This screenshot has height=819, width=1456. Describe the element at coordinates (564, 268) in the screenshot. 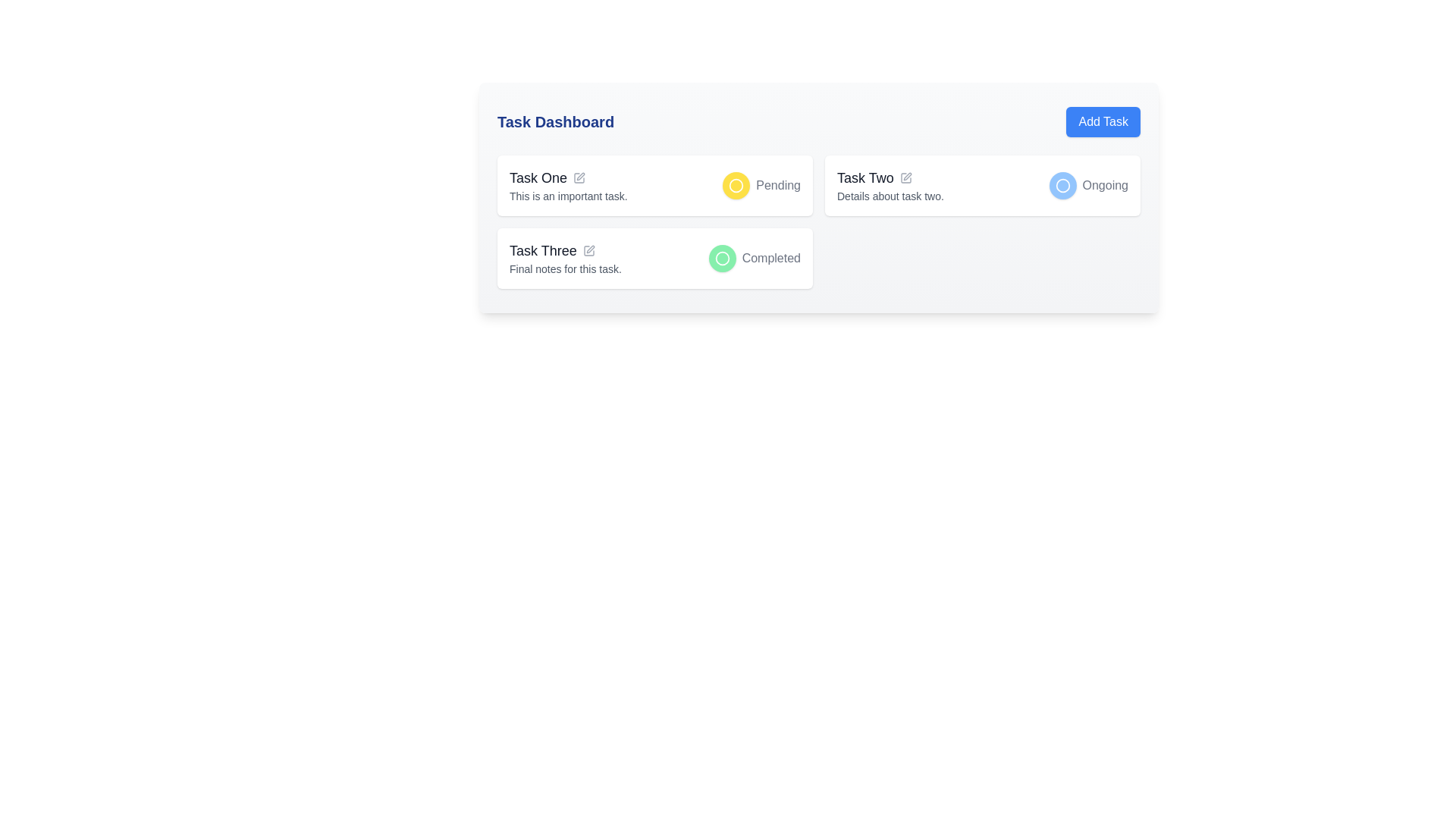

I see `the text component displaying 'Final notes for this task.' located below the 'Task Three' label in the task card` at that location.